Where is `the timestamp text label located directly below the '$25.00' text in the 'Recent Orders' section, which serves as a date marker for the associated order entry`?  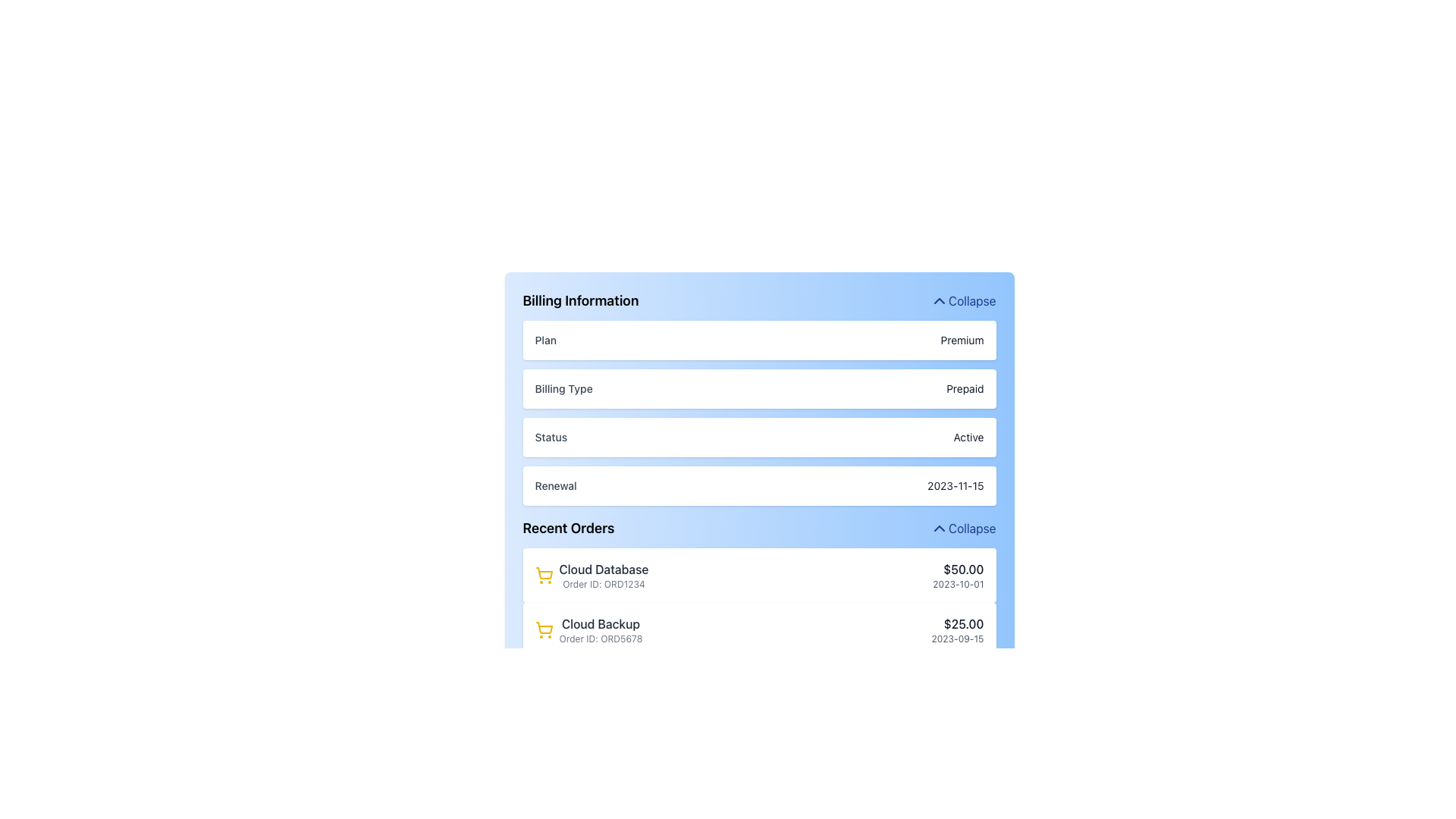
the timestamp text label located directly below the '$25.00' text in the 'Recent Orders' section, which serves as a date marker for the associated order entry is located at coordinates (956, 639).